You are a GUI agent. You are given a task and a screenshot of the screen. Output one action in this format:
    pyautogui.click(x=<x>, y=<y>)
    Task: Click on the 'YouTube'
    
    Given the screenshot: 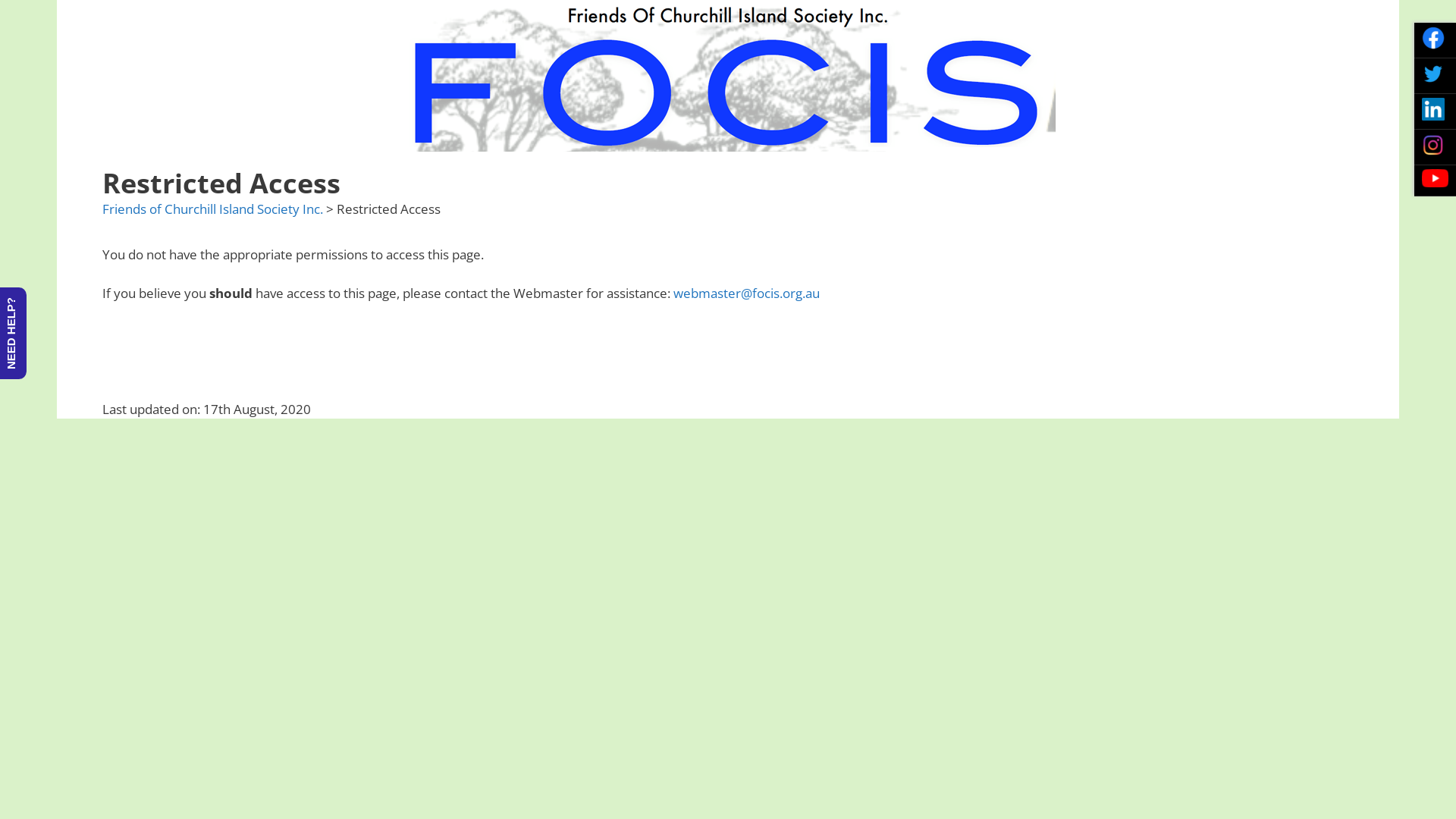 What is the action you would take?
    pyautogui.click(x=1434, y=177)
    